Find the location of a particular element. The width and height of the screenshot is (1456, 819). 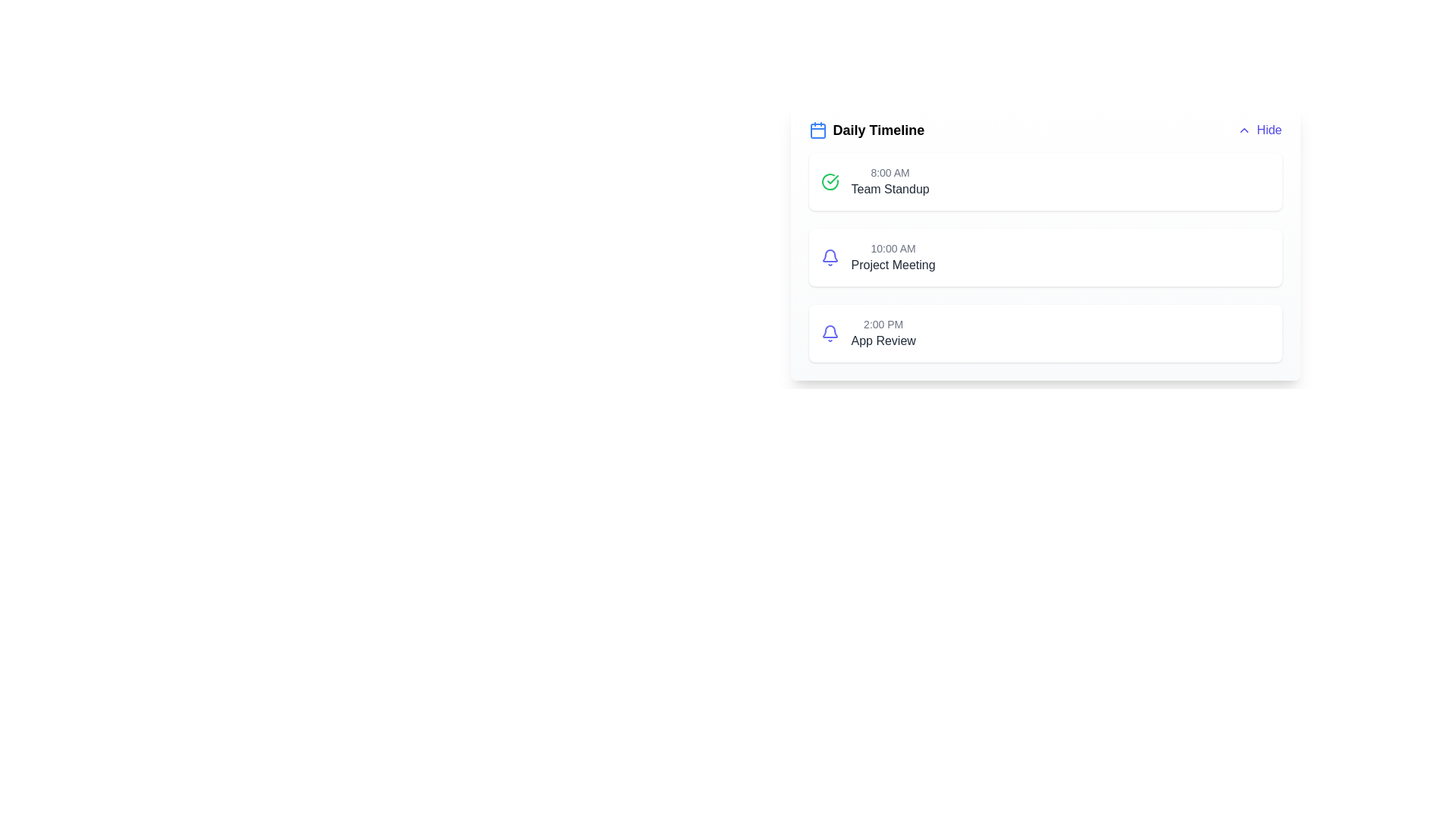

the text label that indicates the scheduled event titled 'App Review' at '2:00 PM', which is the third item in the timeline list of events is located at coordinates (883, 332).